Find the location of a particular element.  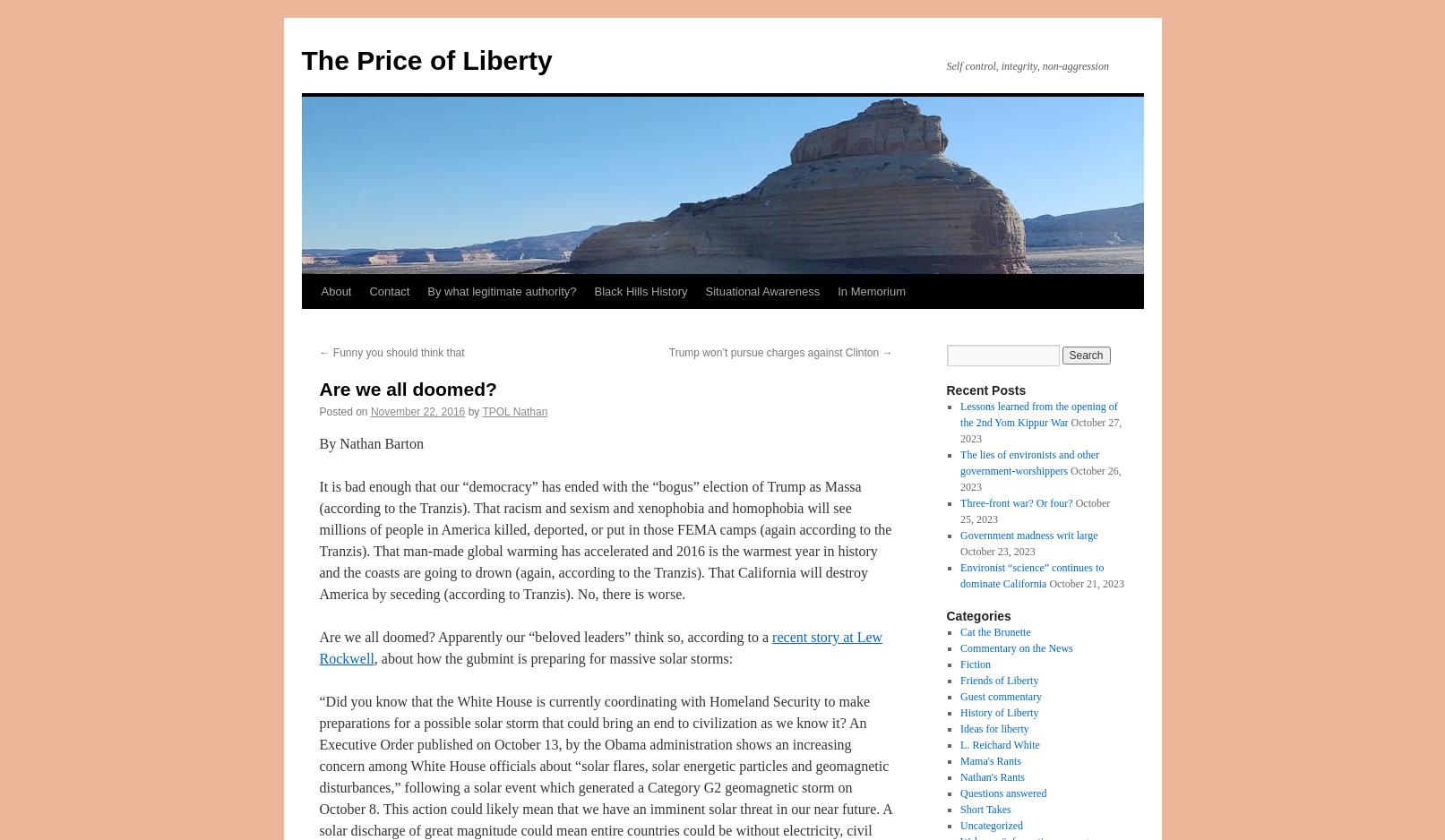

'Ideas for liberty' is located at coordinates (993, 728).